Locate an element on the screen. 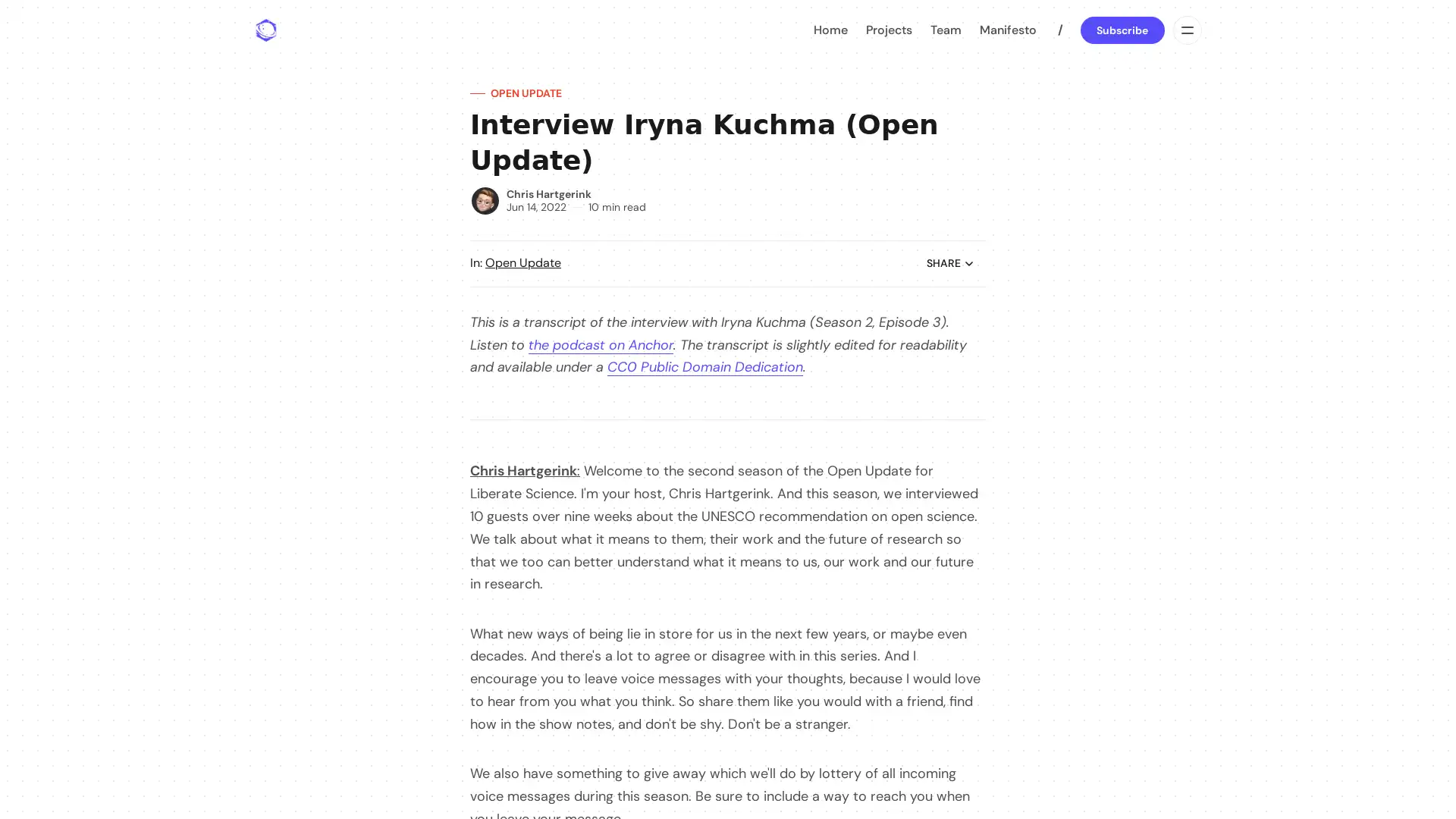  SHARE is located at coordinates (949, 262).